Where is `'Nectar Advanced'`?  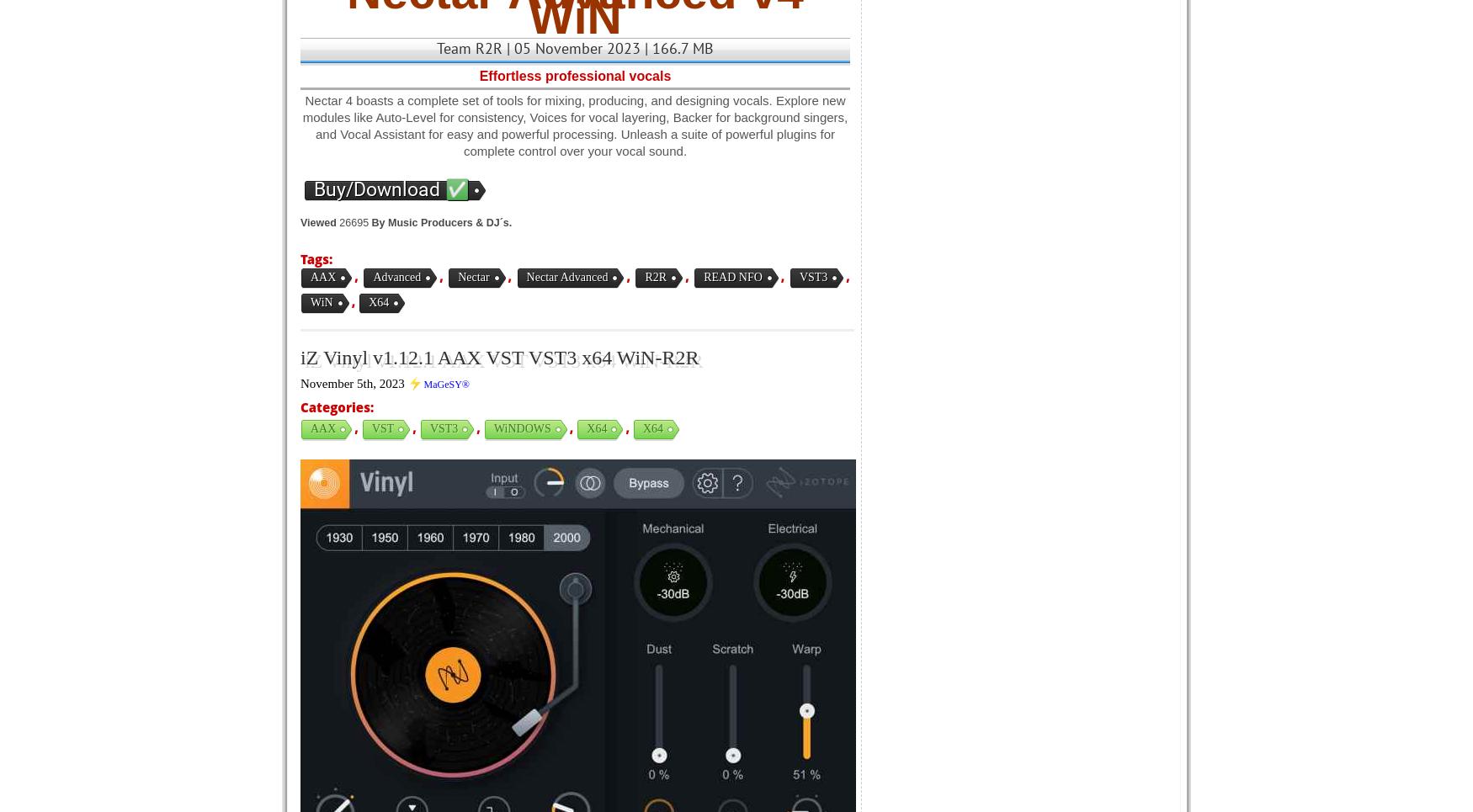 'Nectar Advanced' is located at coordinates (566, 276).